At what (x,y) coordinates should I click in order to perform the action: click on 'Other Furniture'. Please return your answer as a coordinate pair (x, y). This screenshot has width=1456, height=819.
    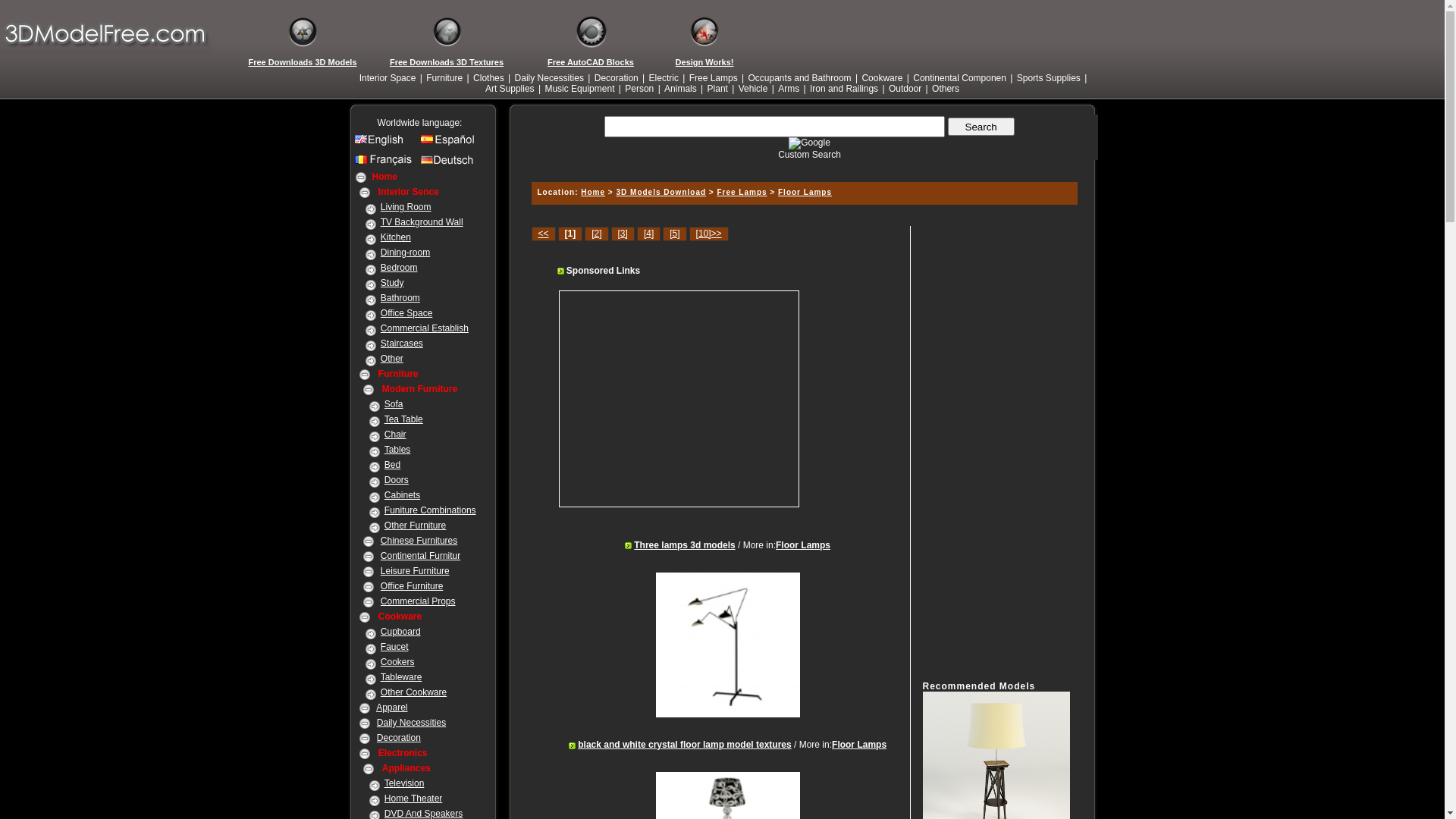
    Looking at the image, I should click on (415, 525).